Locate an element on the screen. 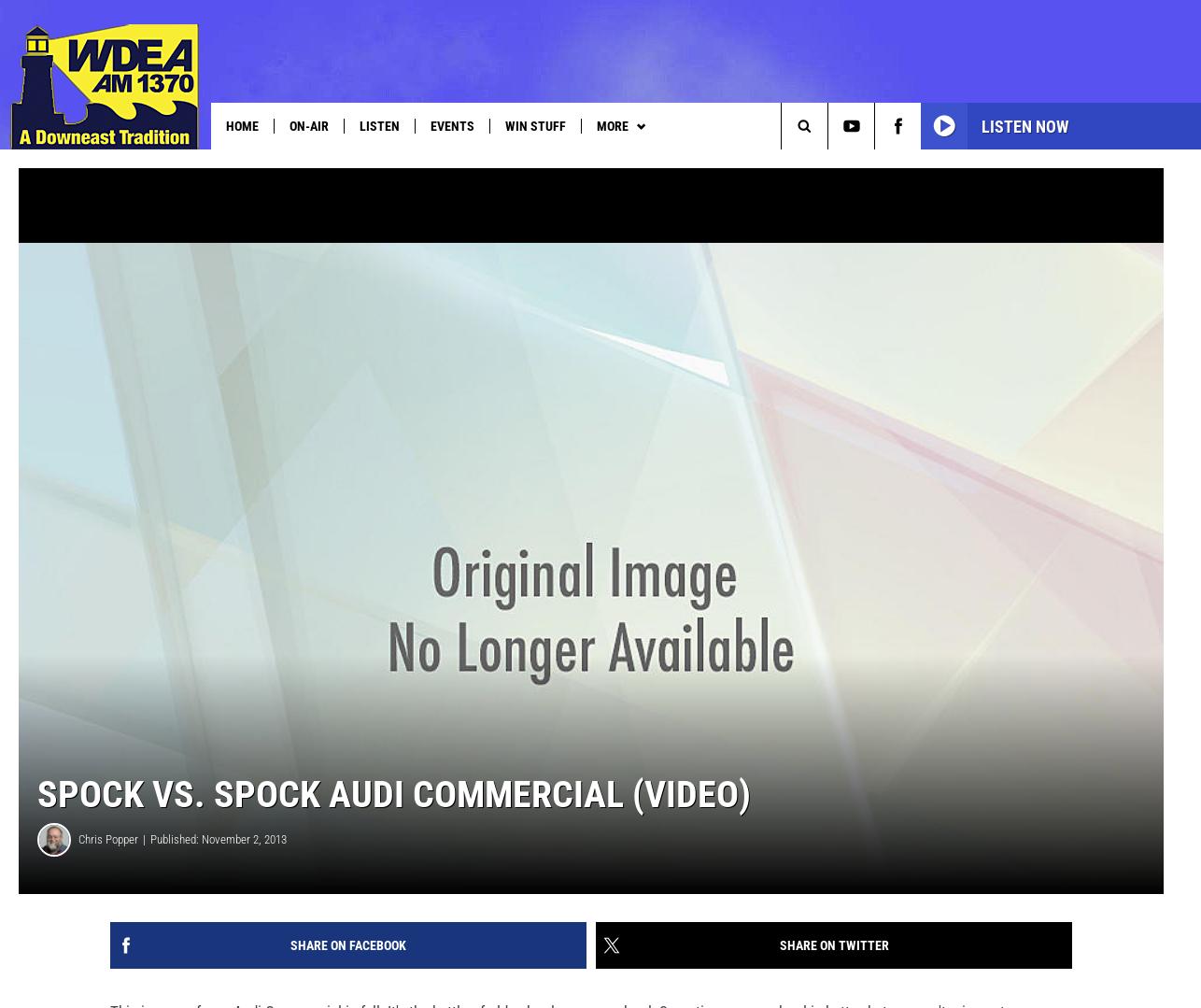 This screenshot has width=1201, height=1008. 'Win Stuff' is located at coordinates (534, 124).